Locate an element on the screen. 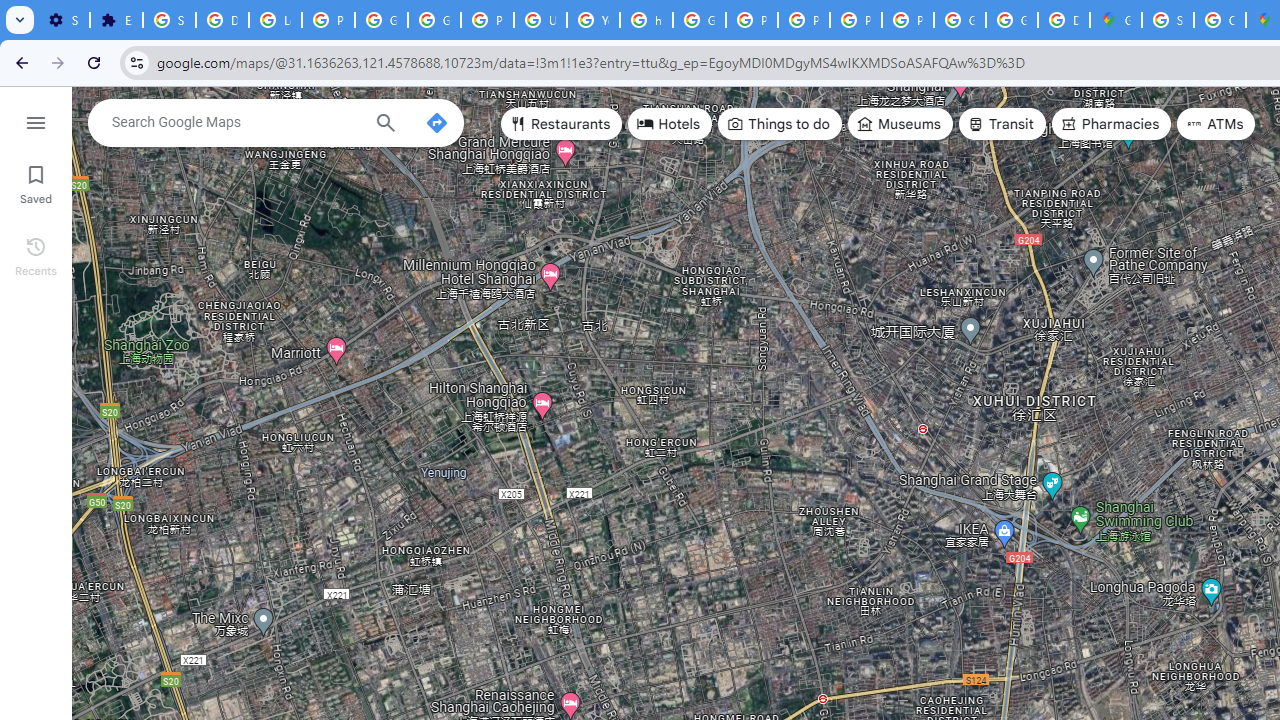 The image size is (1280, 720). 'Museums' is located at coordinates (899, 124).